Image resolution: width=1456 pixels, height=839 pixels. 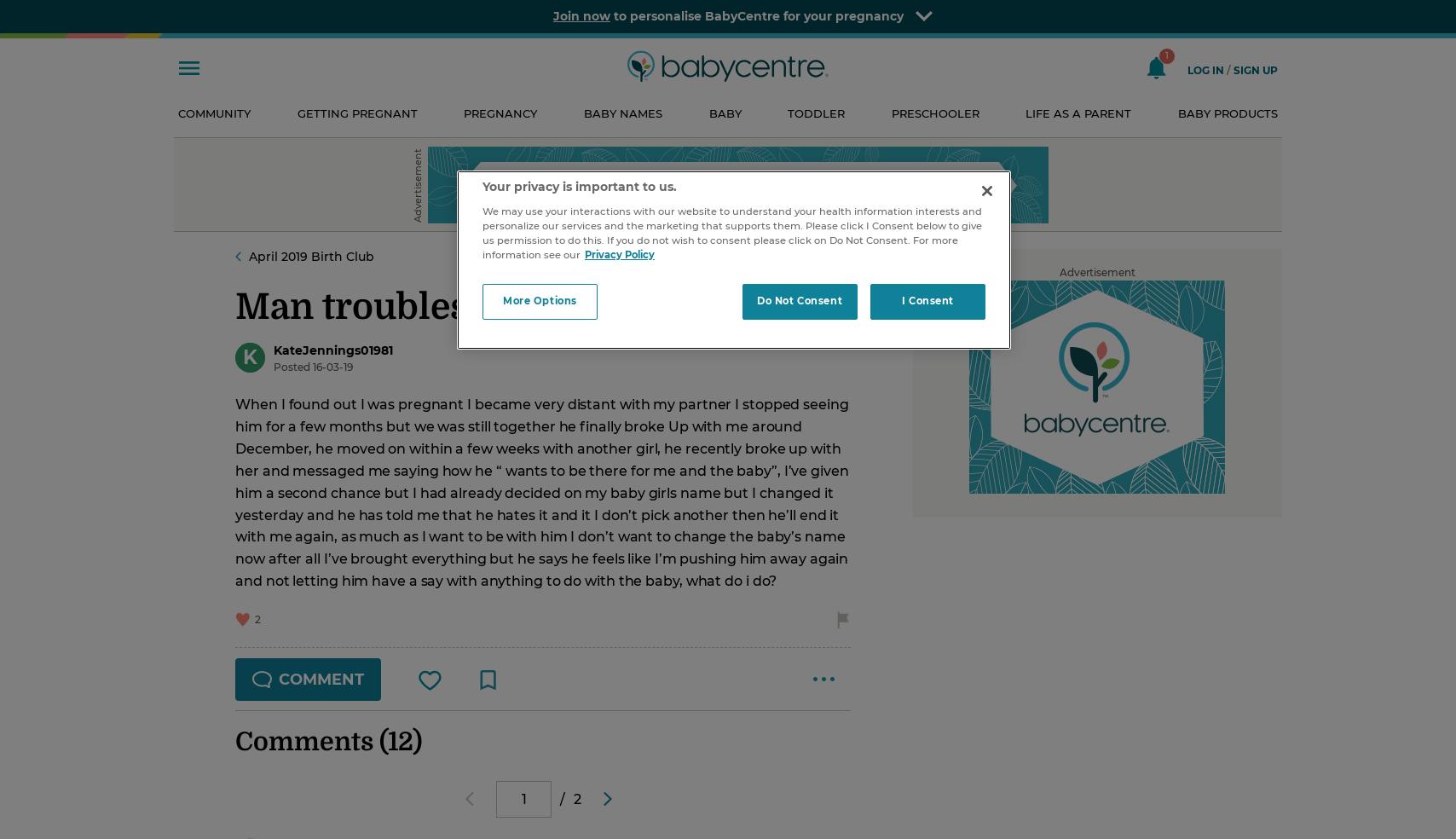 What do you see at coordinates (804, 14) in the screenshot?
I see `'BabyCentre for your pregnancy'` at bounding box center [804, 14].